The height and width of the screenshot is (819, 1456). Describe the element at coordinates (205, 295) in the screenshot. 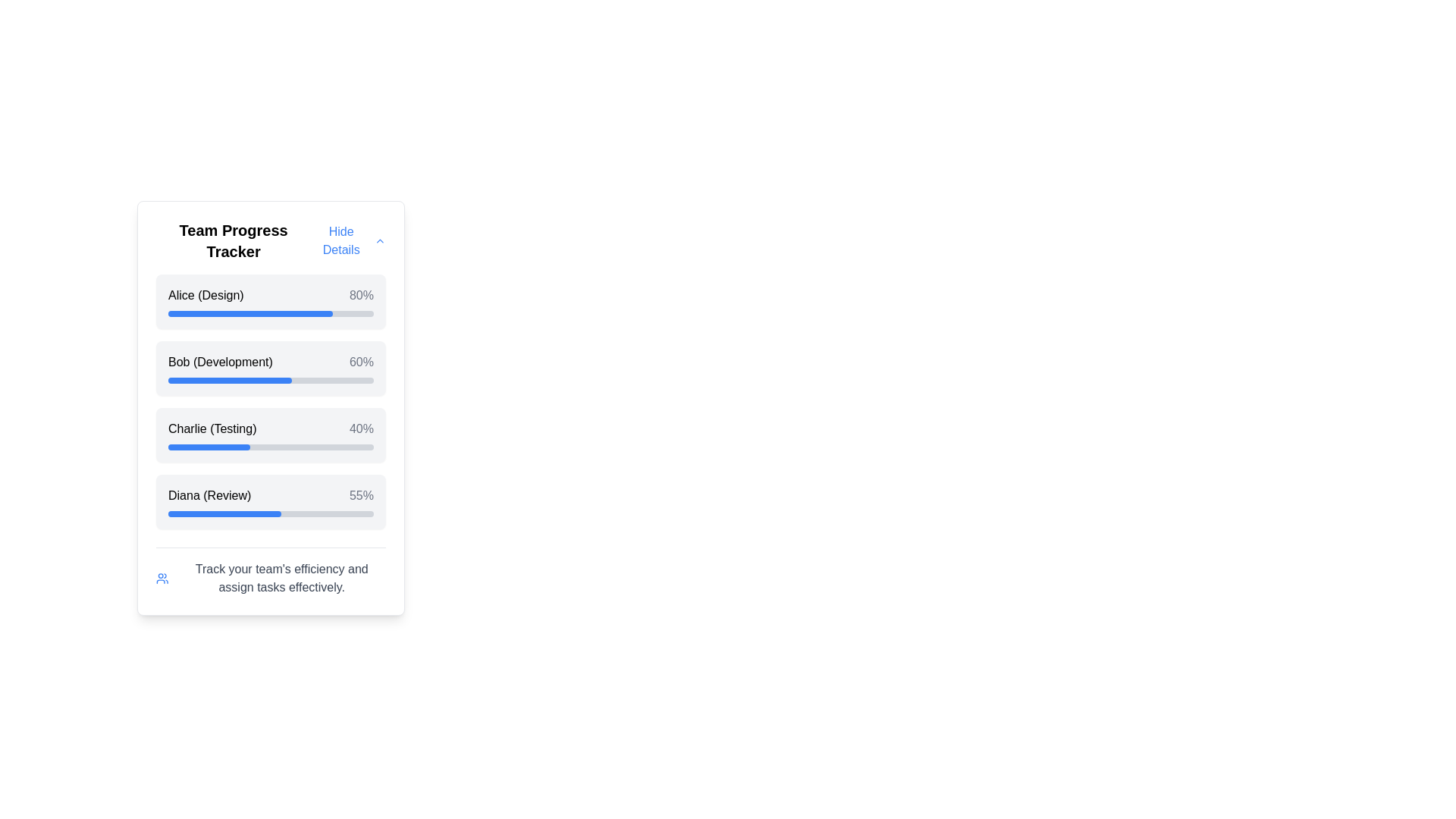

I see `the text label displaying 'Alice (Design)' which indicates the progress tracking information for Alice` at that location.